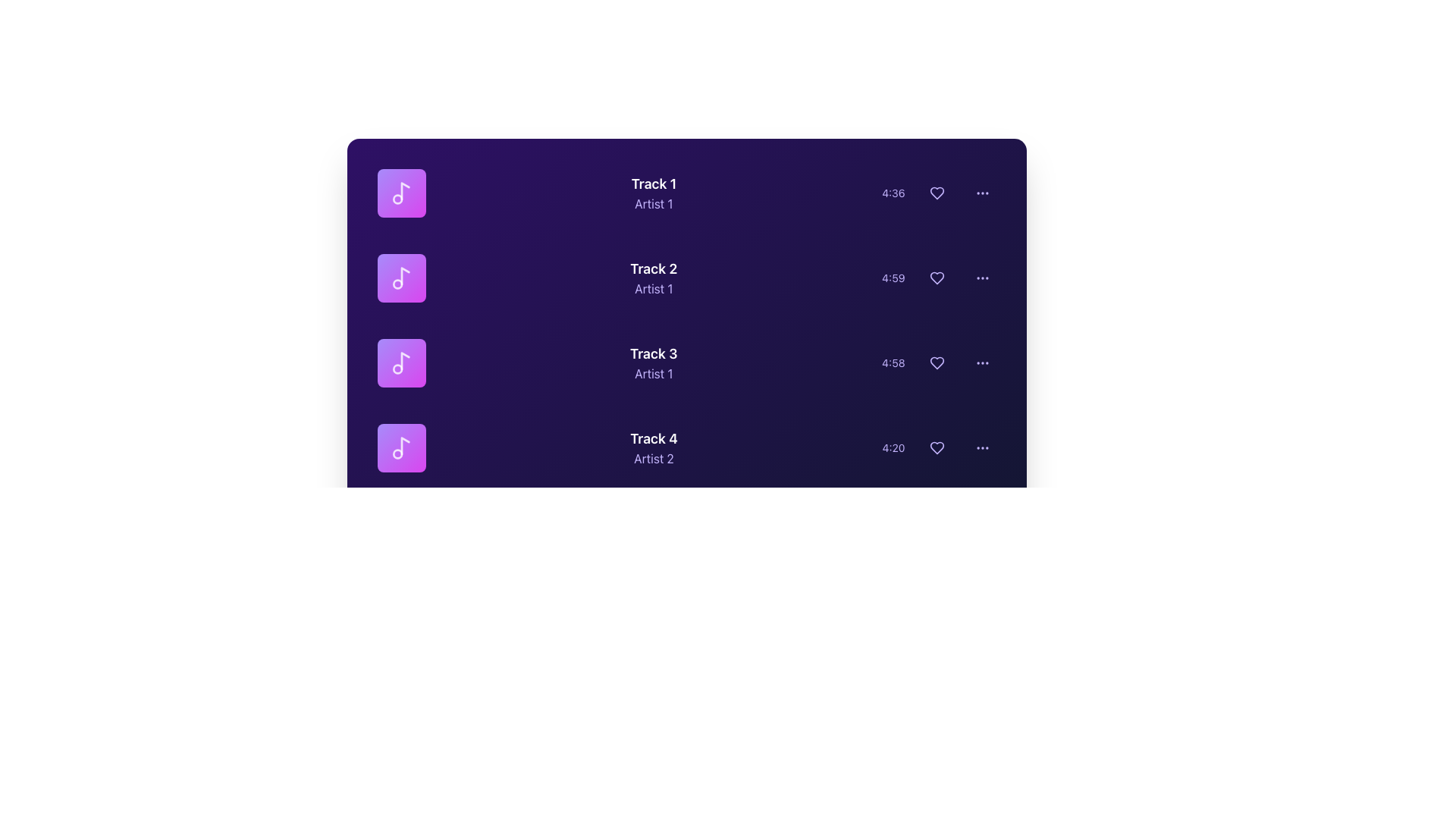 This screenshot has height=819, width=1456. Describe the element at coordinates (686, 362) in the screenshot. I see `the List item representing the music track 'Track 3'` at that location.